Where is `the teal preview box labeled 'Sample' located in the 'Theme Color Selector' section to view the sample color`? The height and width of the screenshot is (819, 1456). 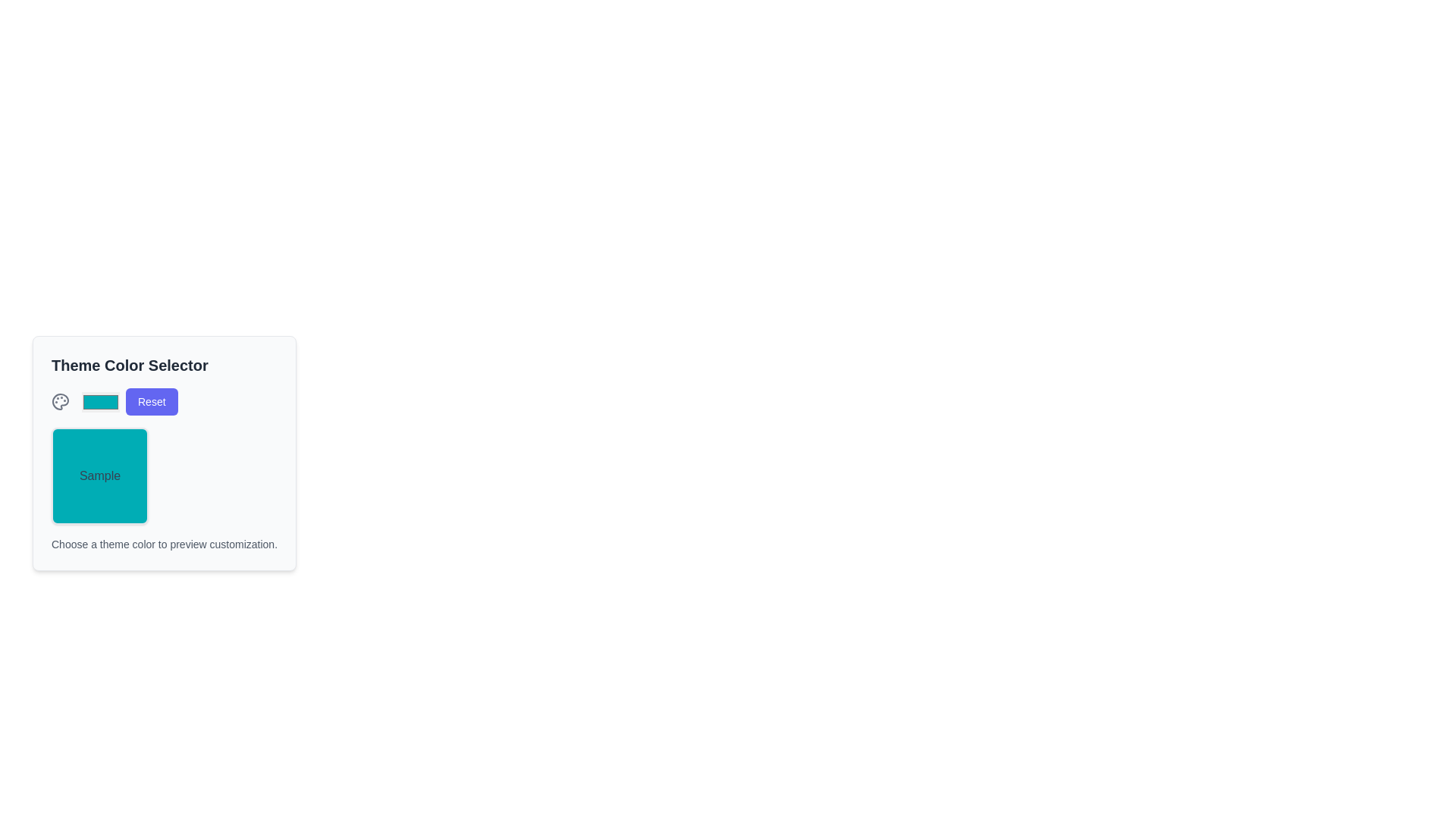 the teal preview box labeled 'Sample' located in the 'Theme Color Selector' section to view the sample color is located at coordinates (99, 475).